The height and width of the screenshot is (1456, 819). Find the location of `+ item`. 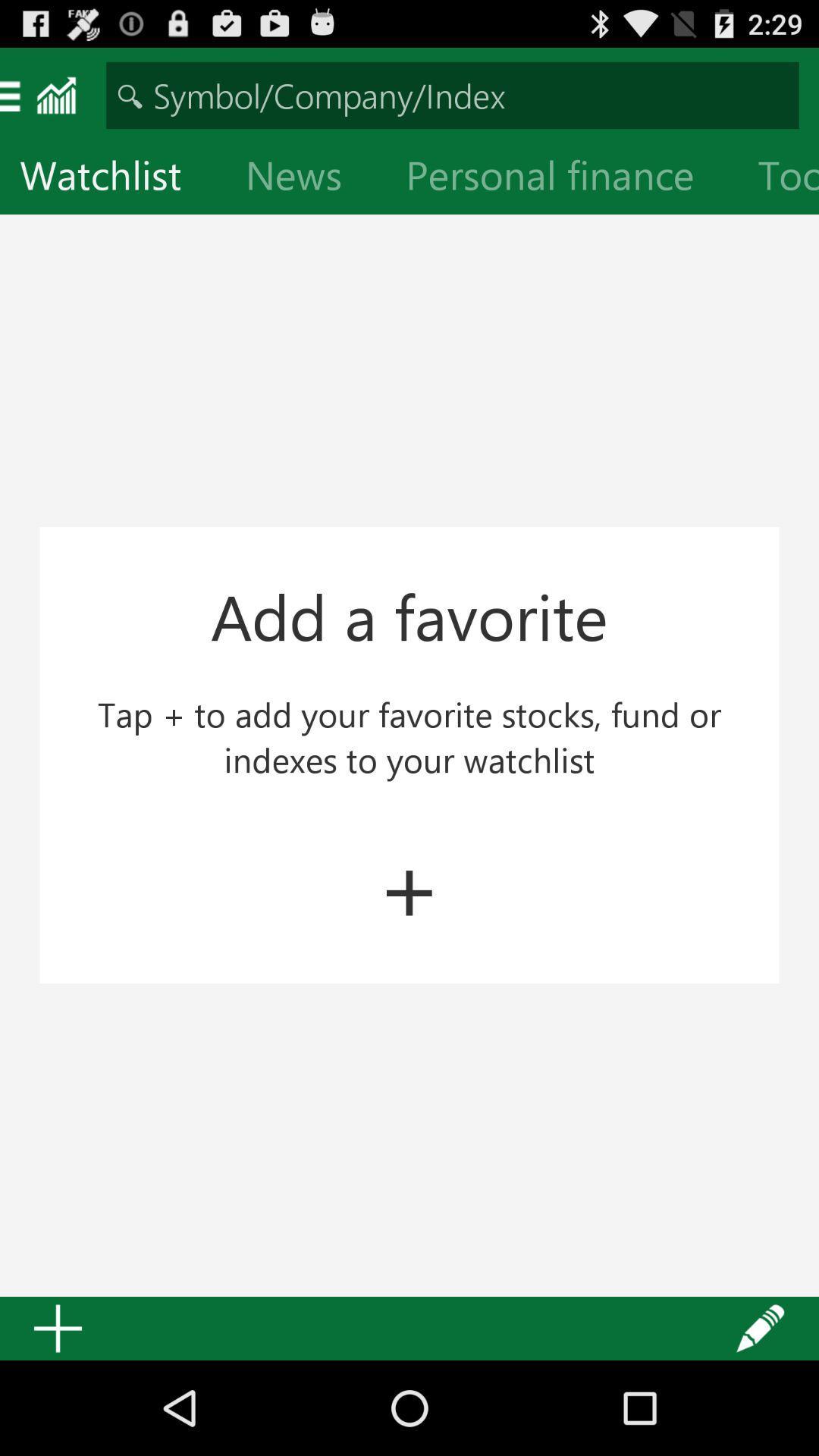

+ item is located at coordinates (409, 885).